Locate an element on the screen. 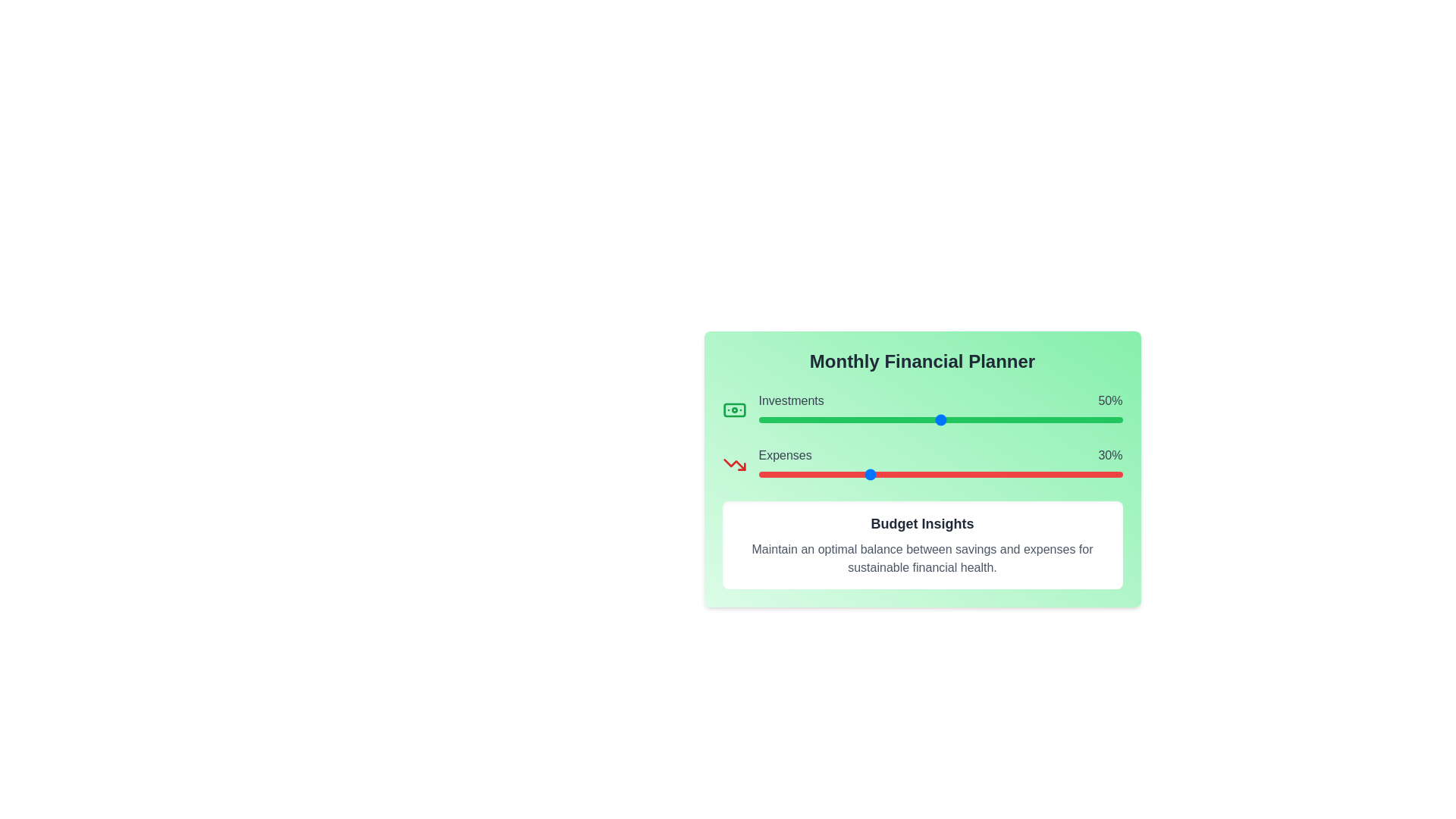 The width and height of the screenshot is (1456, 819). the 'Expenses' slider to set its value to 94% is located at coordinates (1100, 473).